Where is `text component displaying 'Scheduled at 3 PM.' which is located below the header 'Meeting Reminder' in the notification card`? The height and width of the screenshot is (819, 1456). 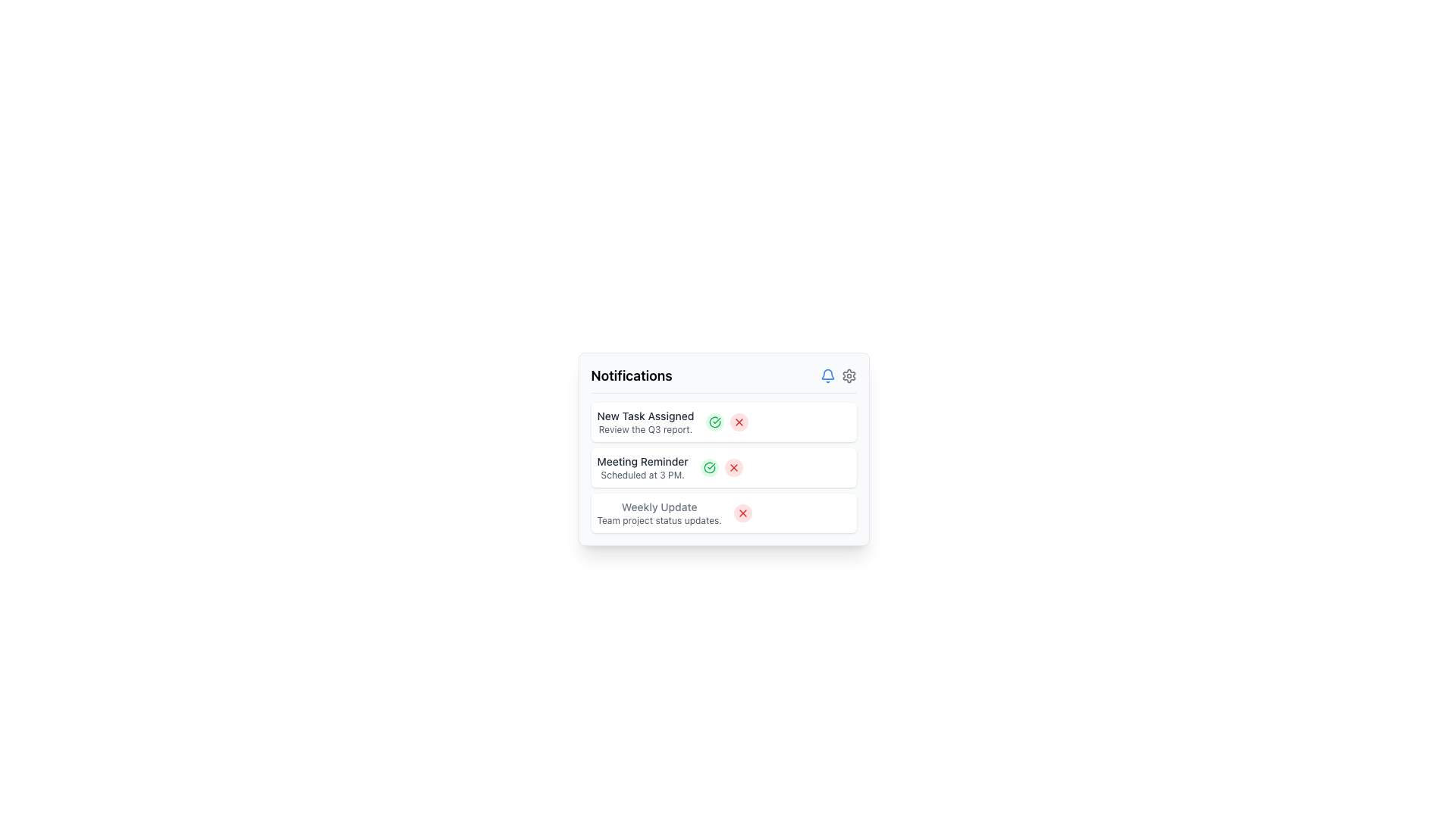
text component displaying 'Scheduled at 3 PM.' which is located below the header 'Meeting Reminder' in the notification card is located at coordinates (642, 475).